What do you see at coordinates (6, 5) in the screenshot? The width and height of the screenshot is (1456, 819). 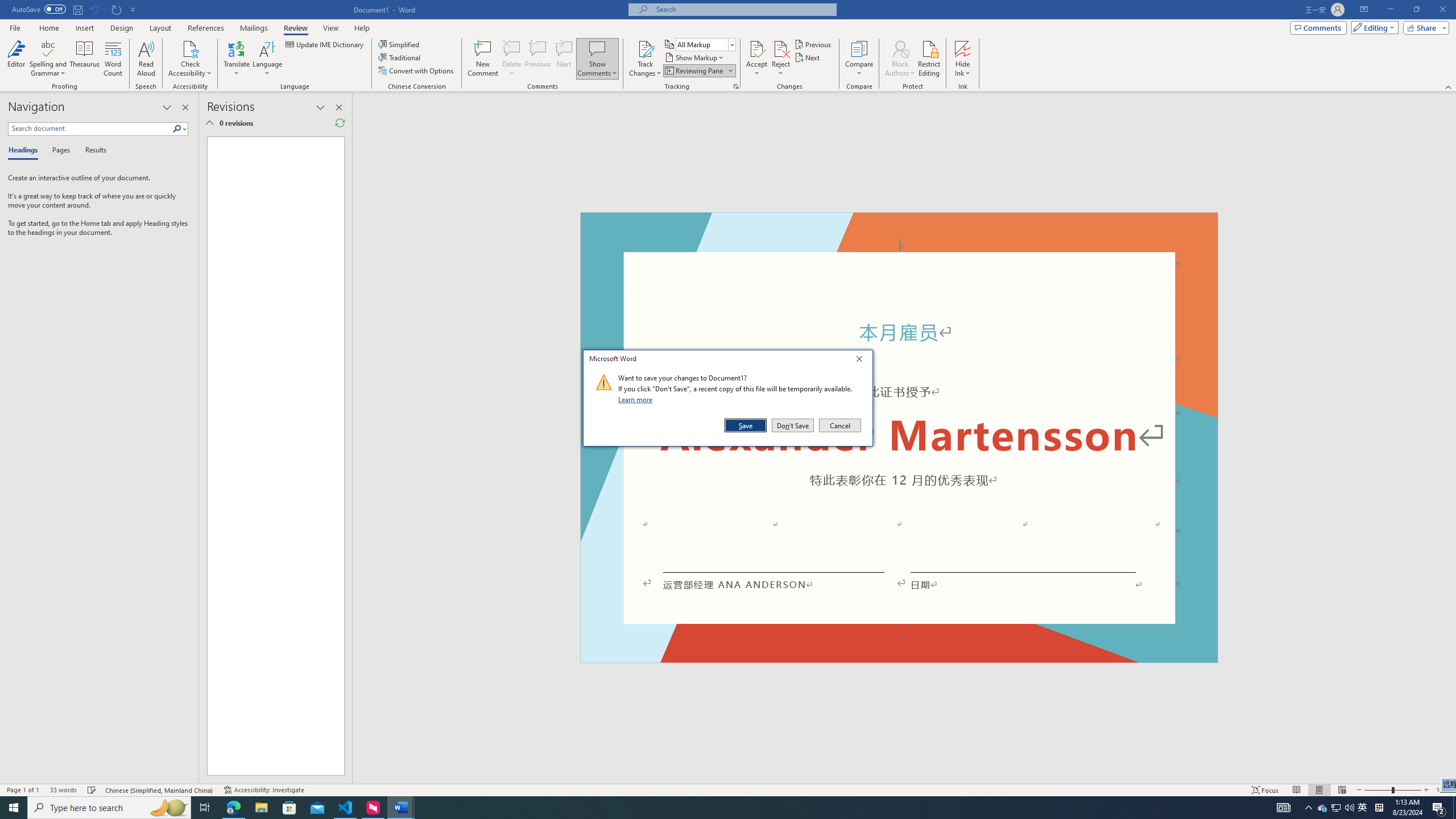 I see `'System'` at bounding box center [6, 5].